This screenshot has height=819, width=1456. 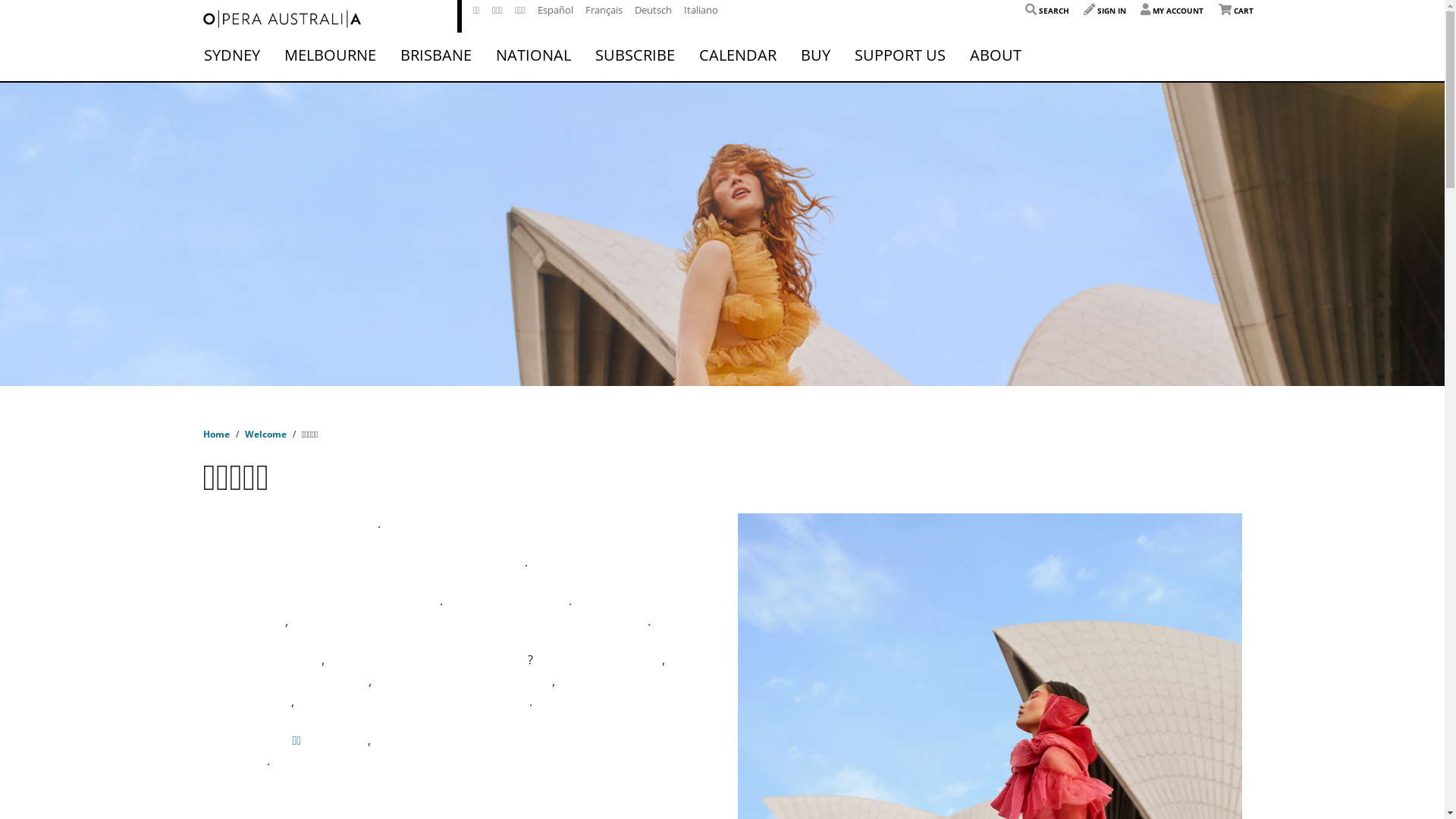 I want to click on 'CART', so click(x=1235, y=11).